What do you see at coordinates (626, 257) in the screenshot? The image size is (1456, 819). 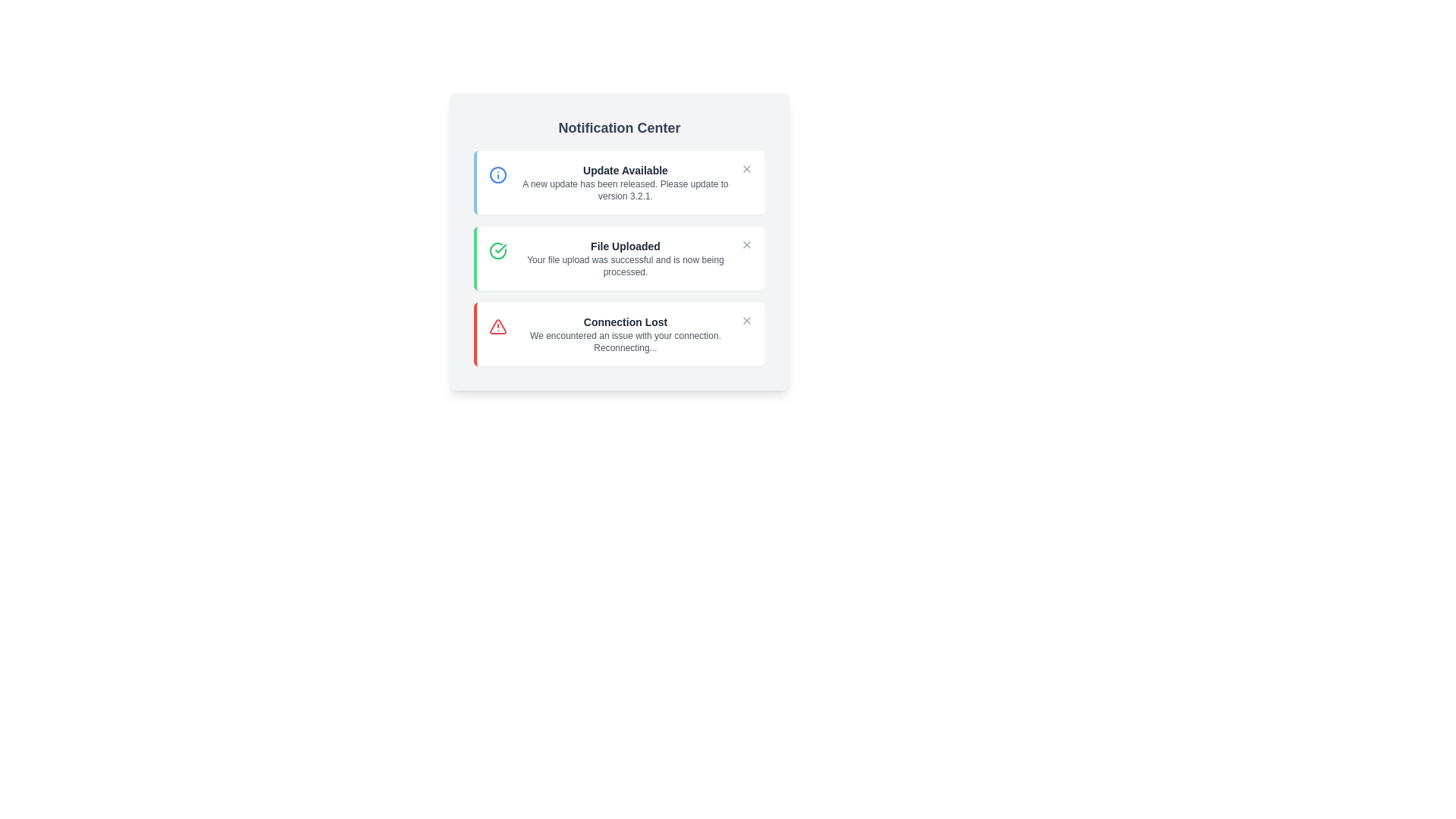 I see `notification text titled 'File Uploaded' with subtitle 'Your file upload was successful and is now being processed.' displayed in the second notification box of the Notification Center` at bounding box center [626, 257].